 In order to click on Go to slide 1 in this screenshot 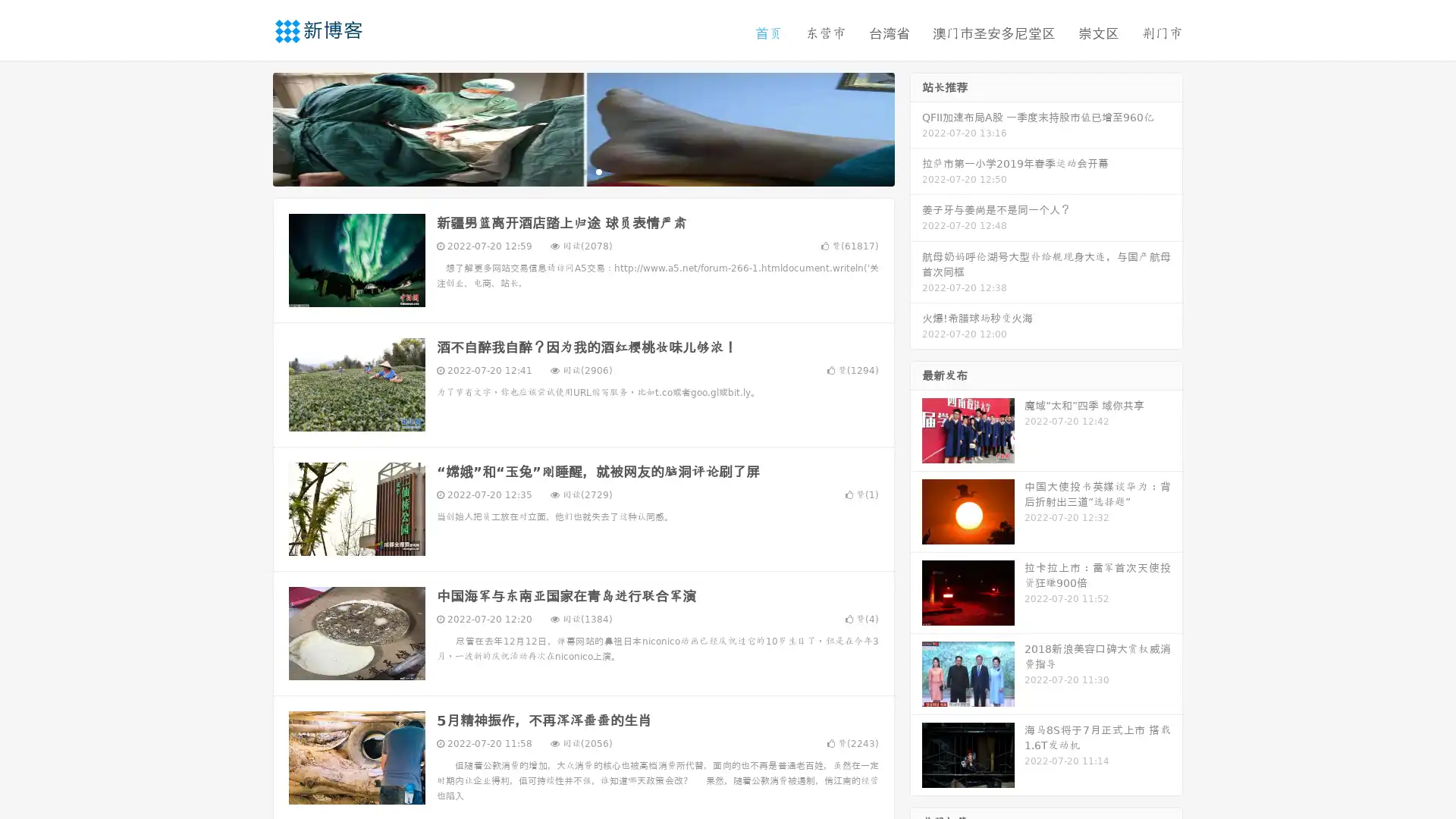, I will do `click(567, 171)`.